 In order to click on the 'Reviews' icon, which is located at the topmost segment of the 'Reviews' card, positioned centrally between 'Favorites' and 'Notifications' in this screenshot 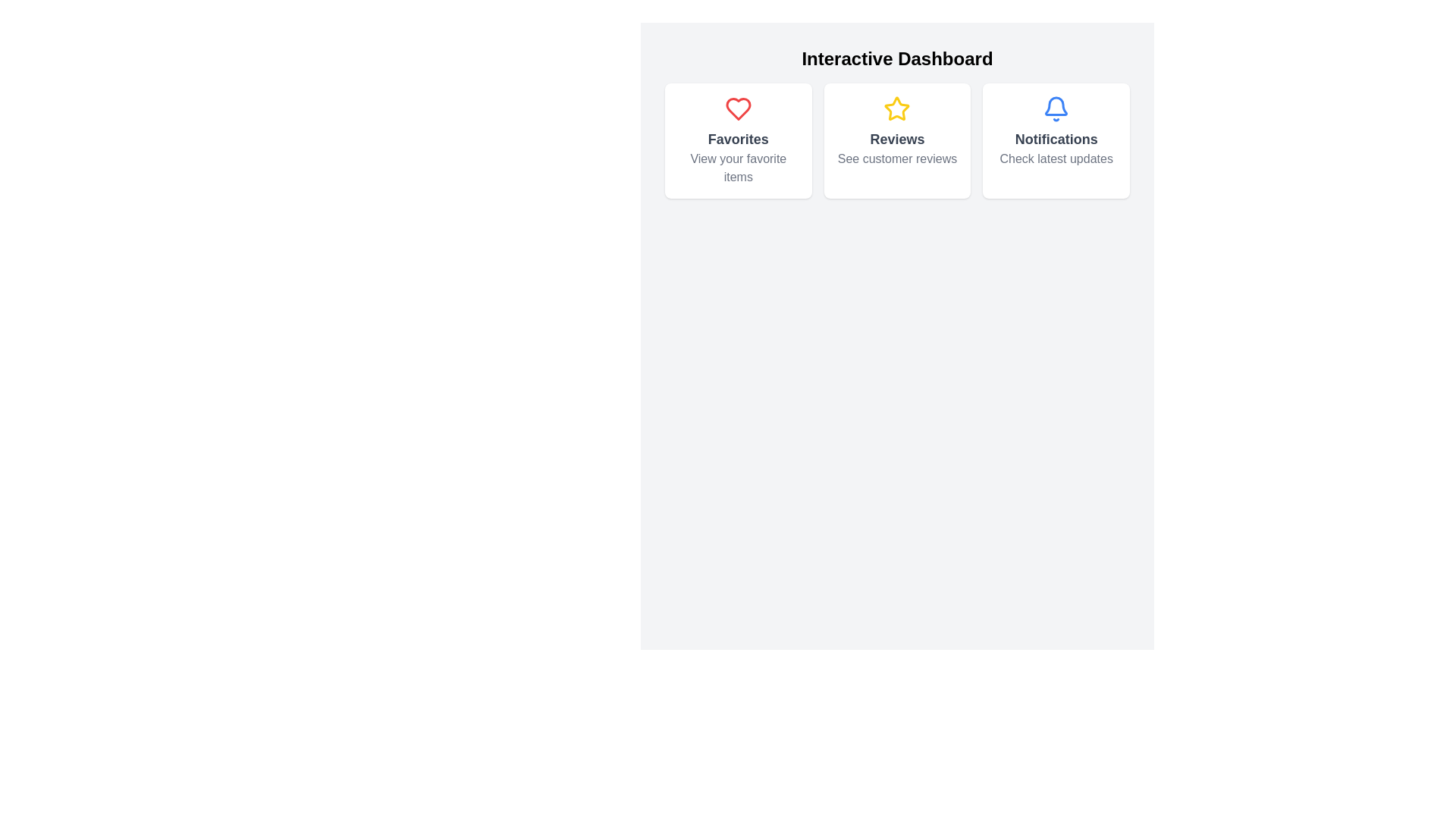, I will do `click(897, 108)`.